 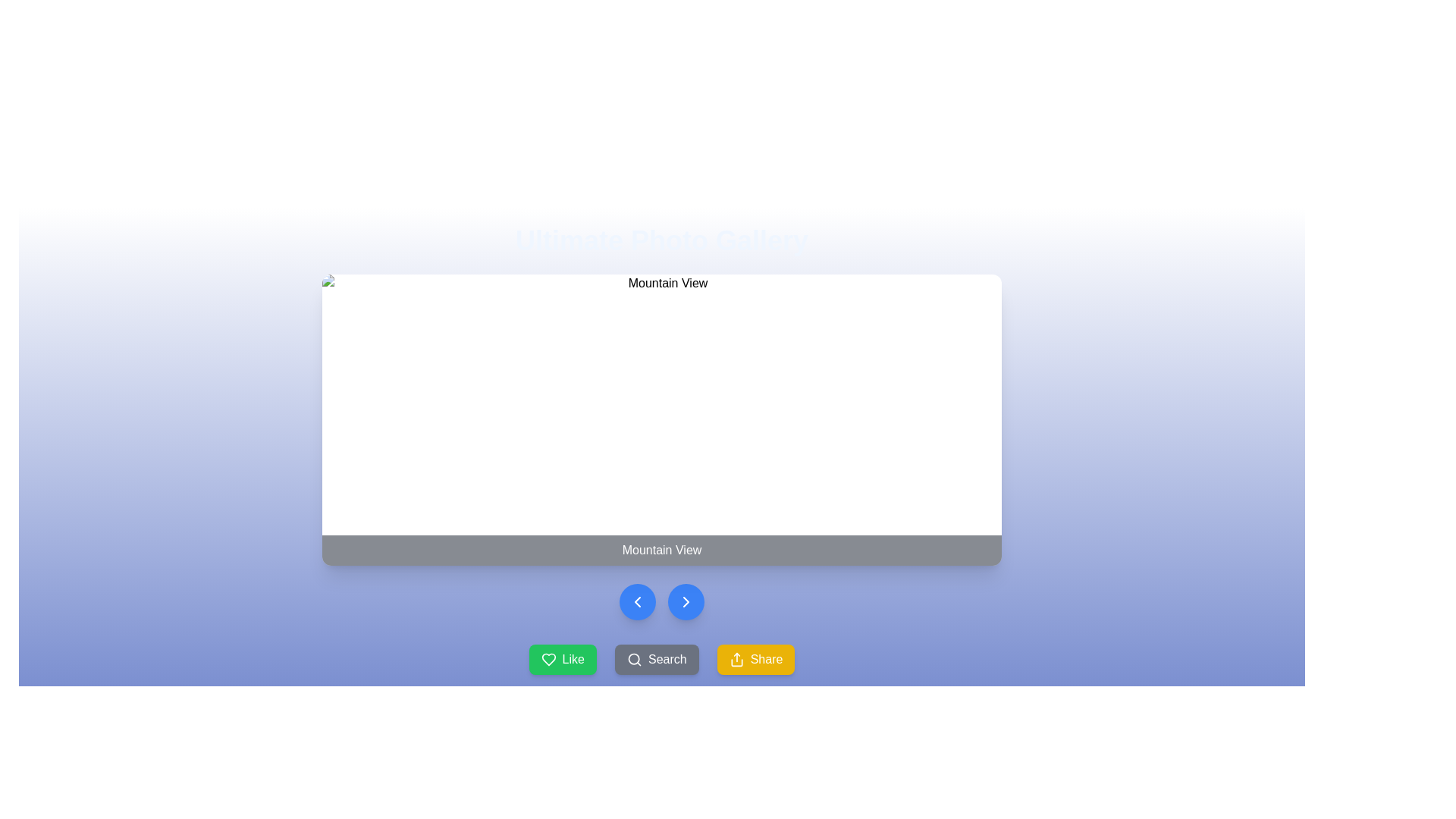 I want to click on the leftmost green button labeled 'Like' to express positive feedback or preference for the associated content, so click(x=548, y=659).